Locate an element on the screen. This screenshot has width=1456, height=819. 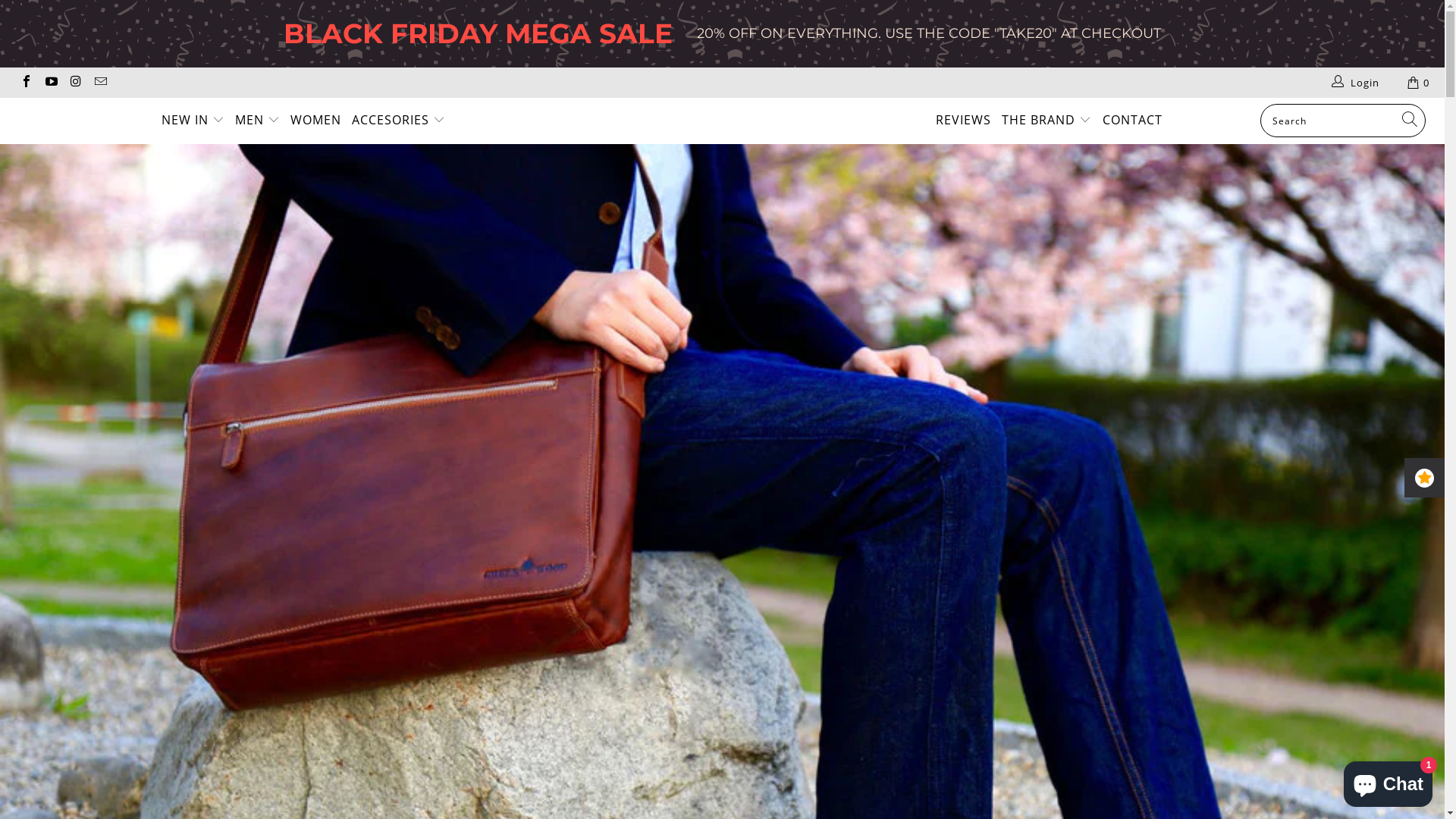
'Greenwood Leather on YouTube' is located at coordinates (50, 82).